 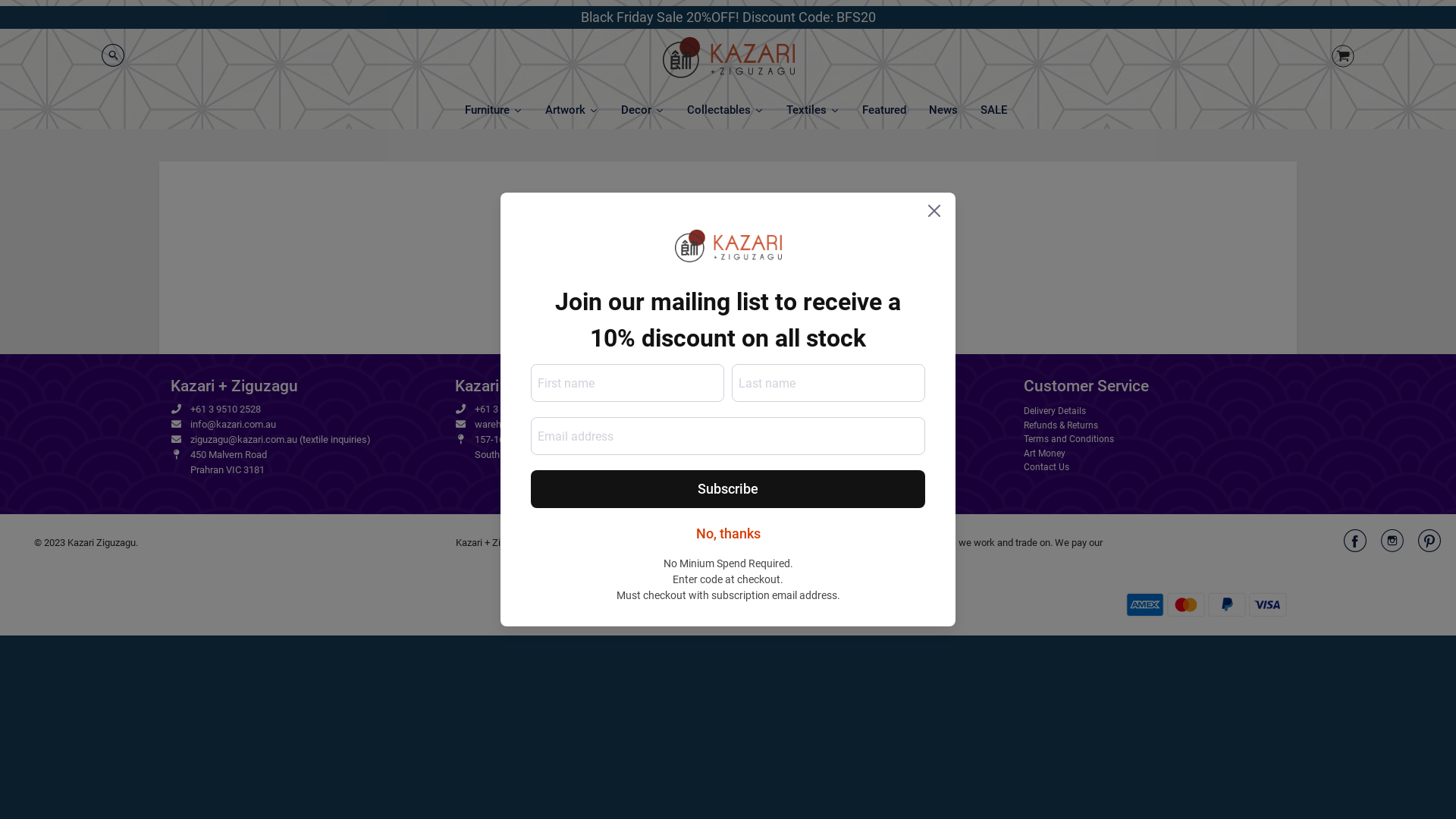 What do you see at coordinates (532, 424) in the screenshot?
I see `'warehouse@kazari.com.au'` at bounding box center [532, 424].